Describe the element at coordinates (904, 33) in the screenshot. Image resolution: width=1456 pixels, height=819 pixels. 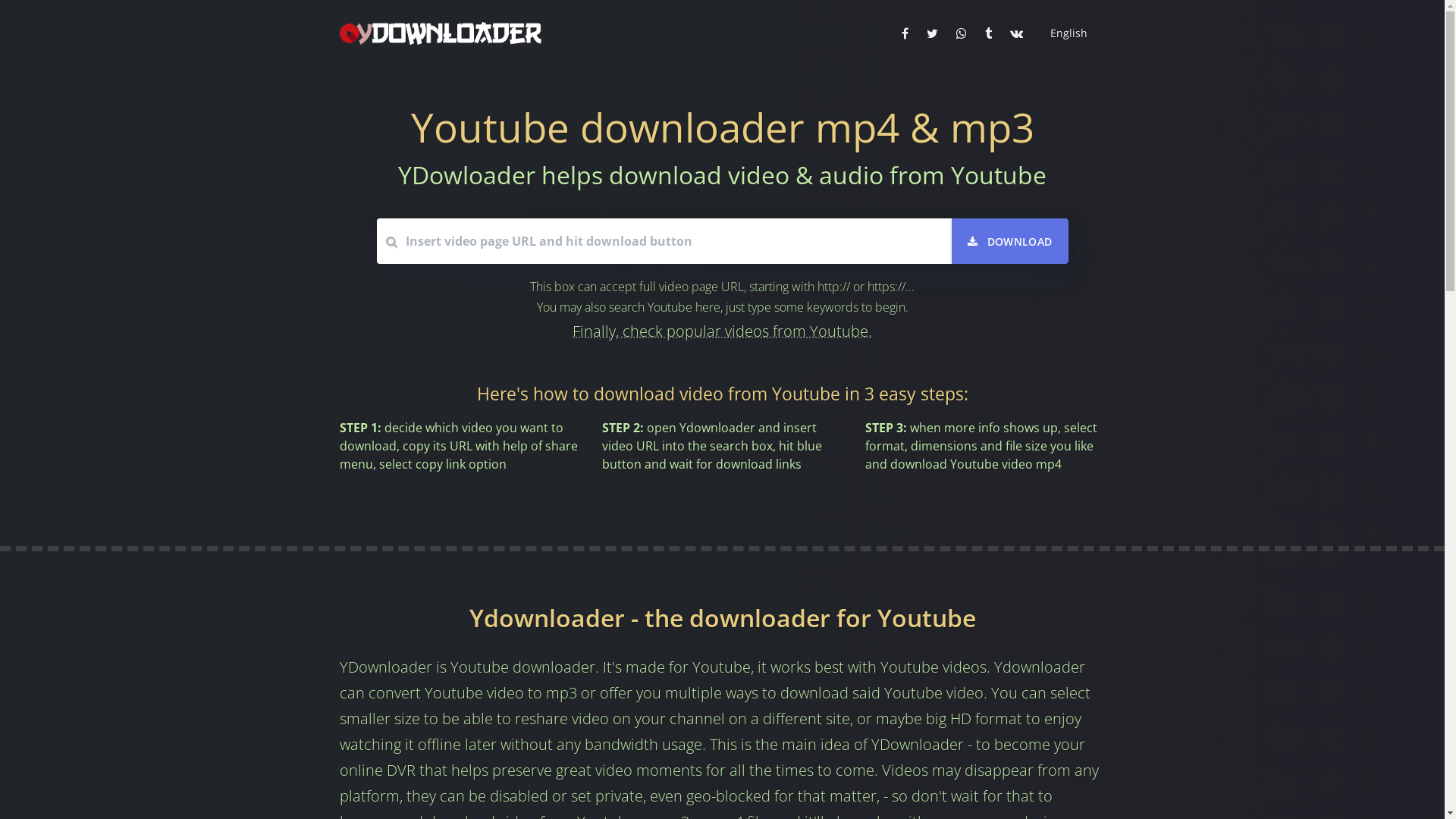
I see `'Share on Facebook'` at that location.